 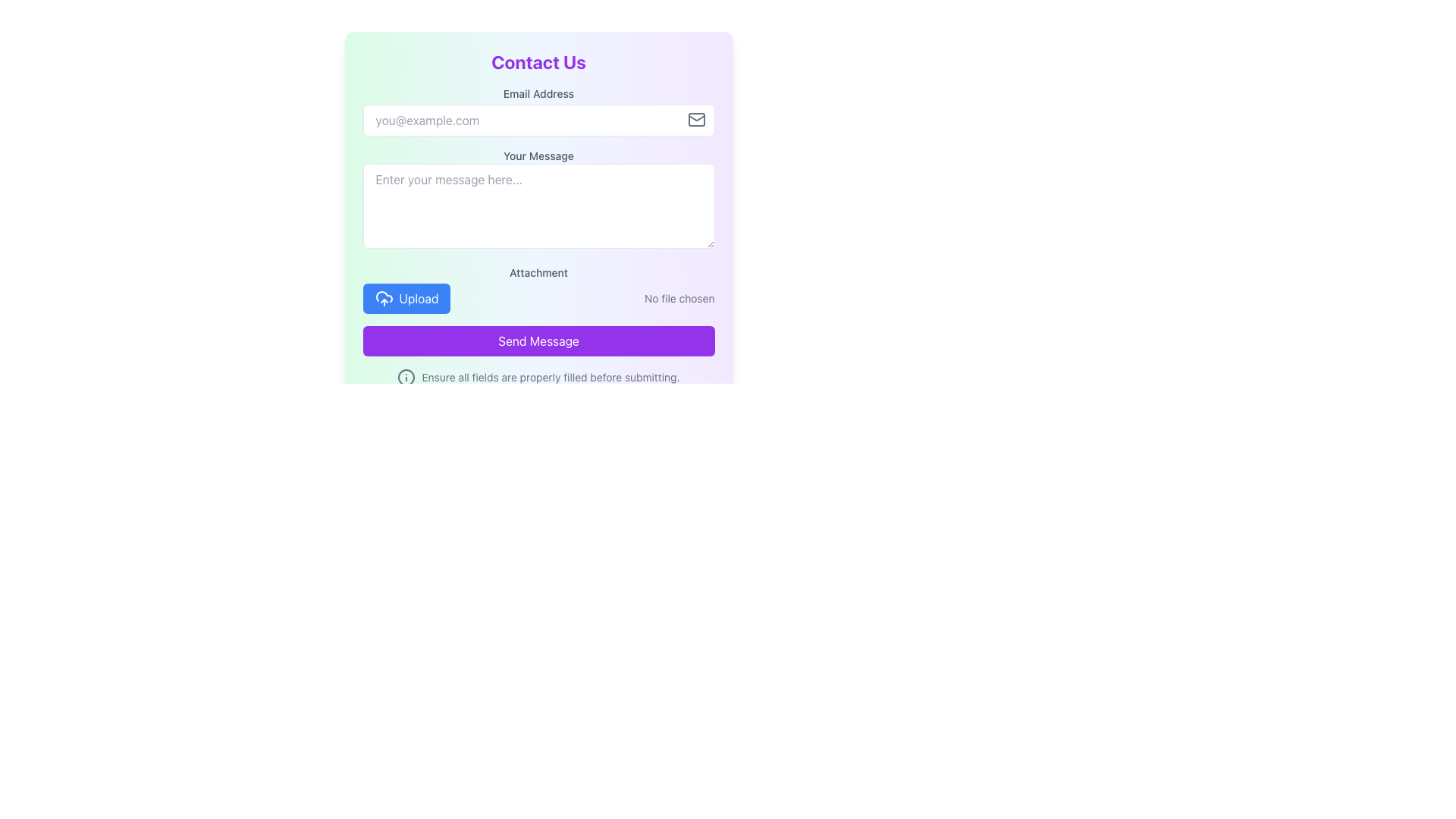 What do you see at coordinates (406, 298) in the screenshot?
I see `the upload button located in the 'Attachment' section below the 'Your Message' text area` at bounding box center [406, 298].